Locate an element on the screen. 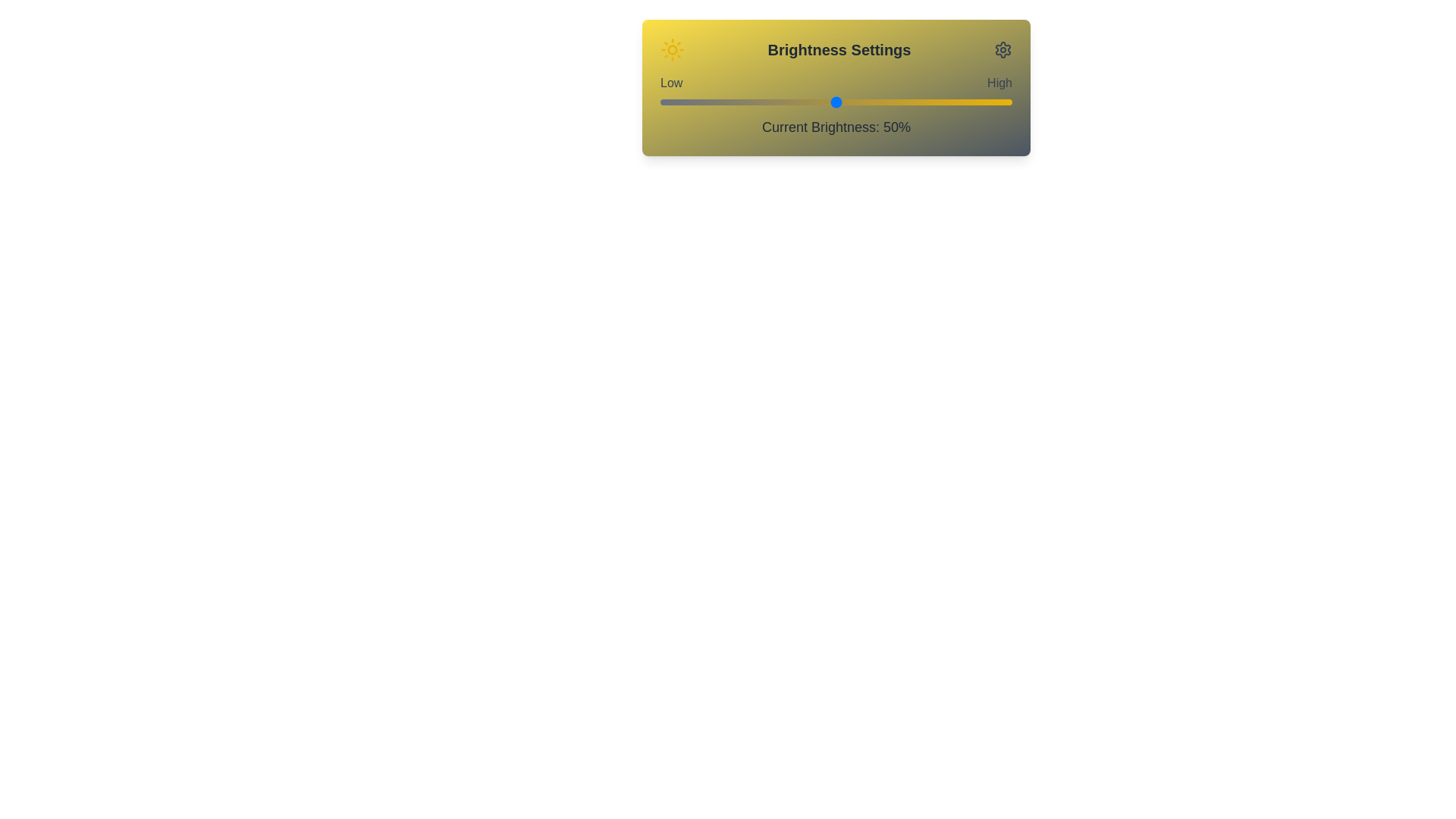 The width and height of the screenshot is (1456, 819). the brightness slider to 1% is located at coordinates (664, 102).